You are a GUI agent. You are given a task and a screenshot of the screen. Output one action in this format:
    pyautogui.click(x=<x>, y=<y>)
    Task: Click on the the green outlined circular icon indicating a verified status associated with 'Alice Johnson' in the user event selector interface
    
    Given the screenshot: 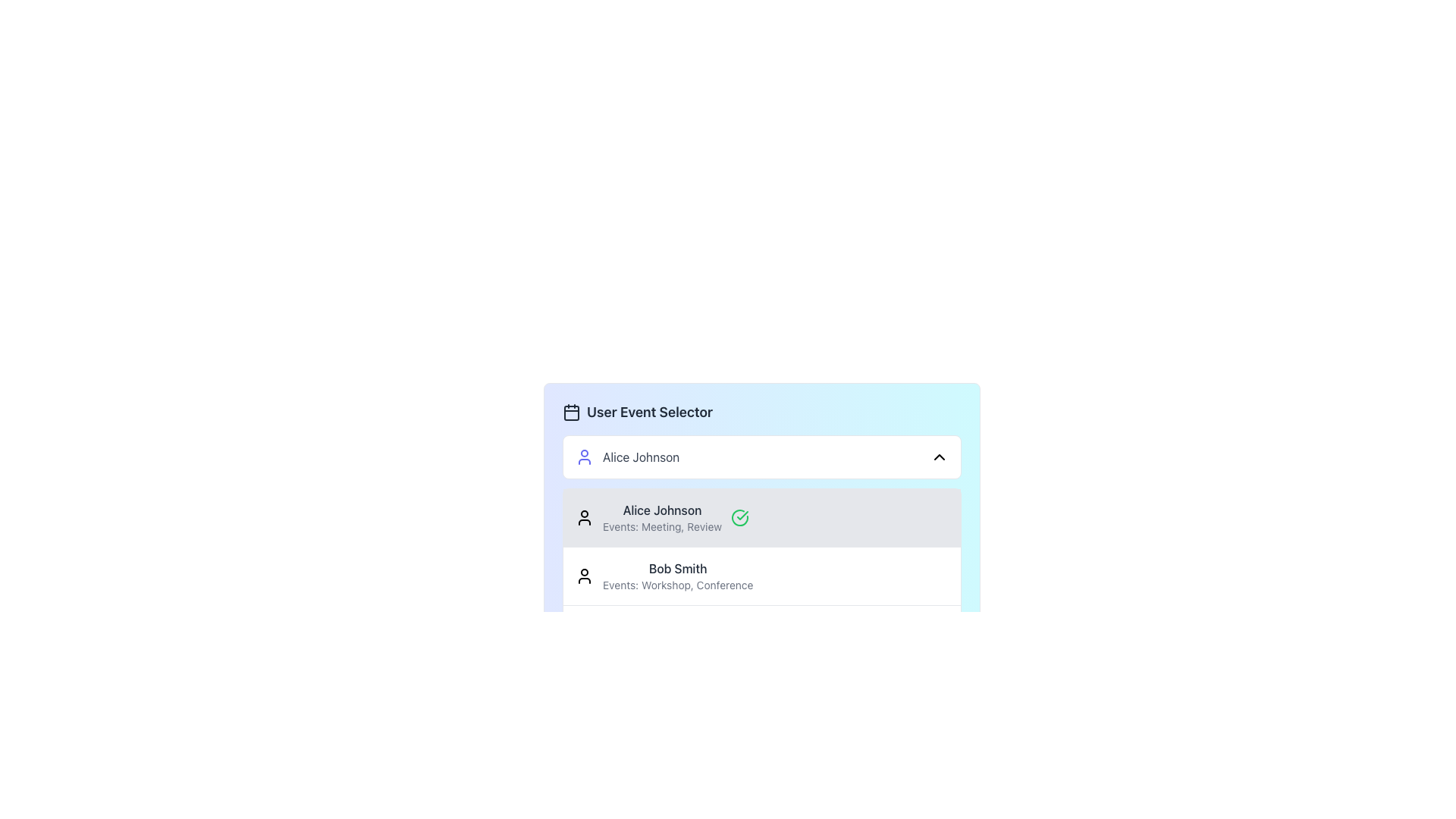 What is the action you would take?
    pyautogui.click(x=742, y=514)
    